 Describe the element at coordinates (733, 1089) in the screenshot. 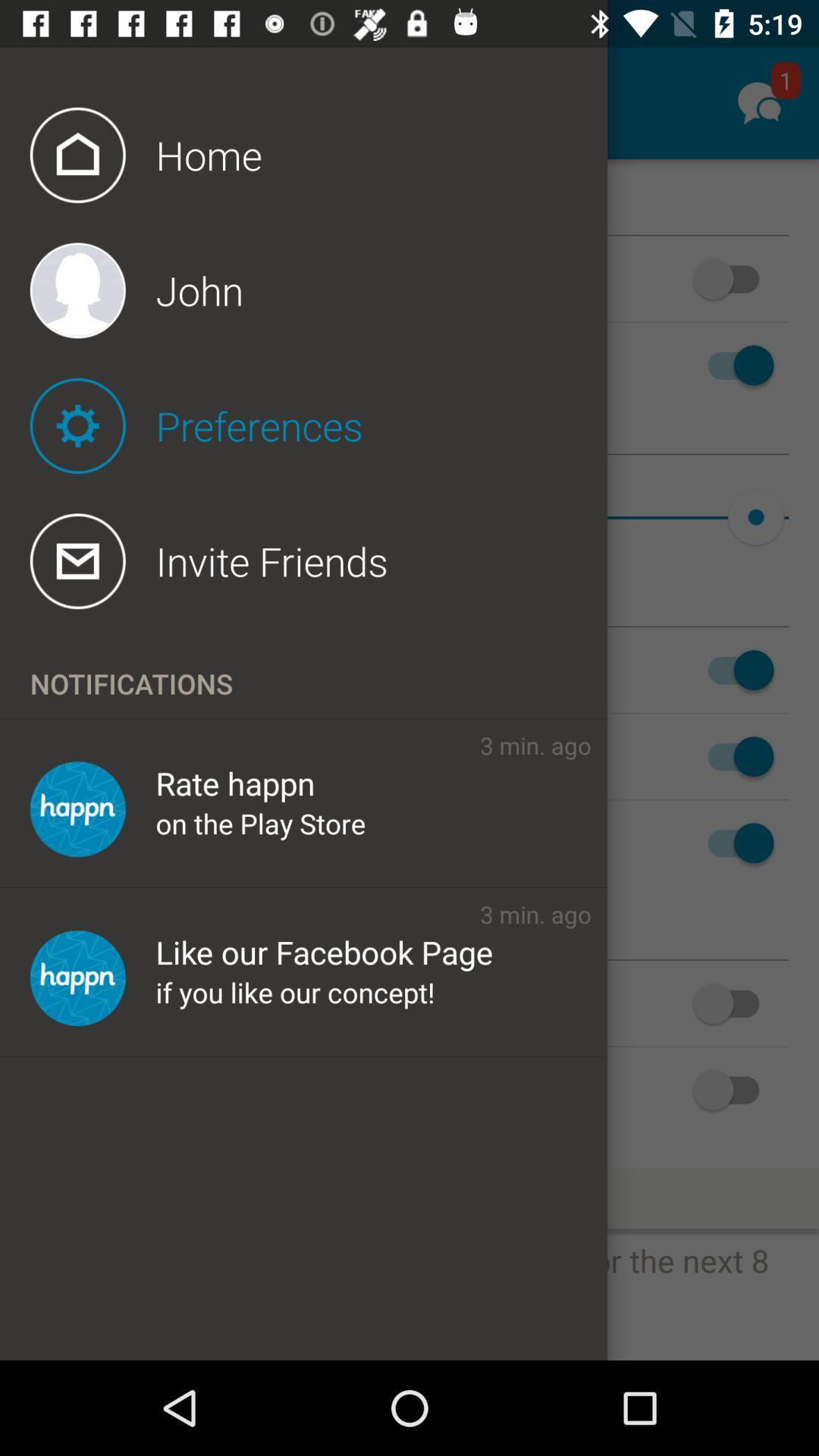

I see `the last switch button from the top` at that location.